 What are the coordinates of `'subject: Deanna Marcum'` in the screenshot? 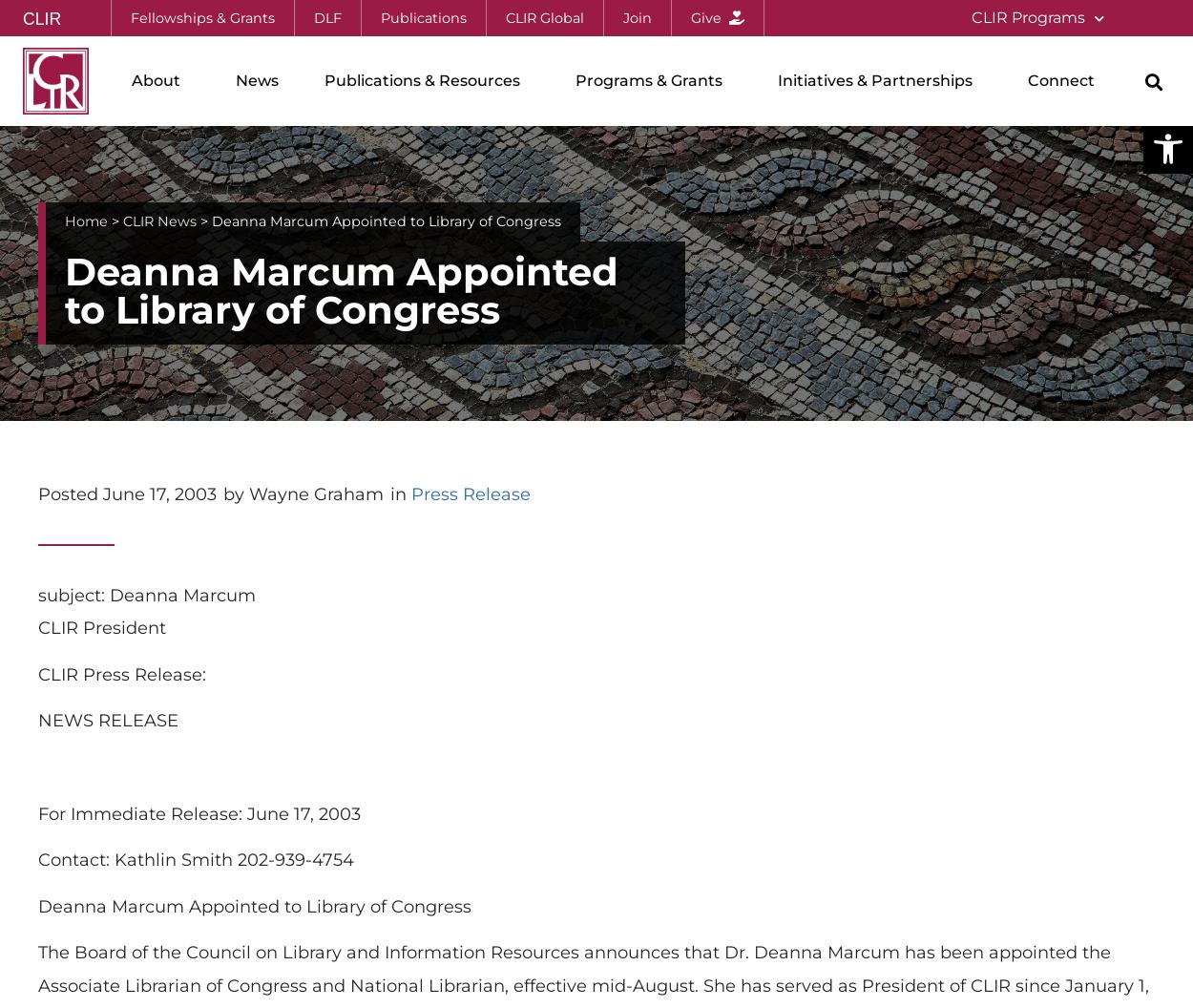 It's located at (38, 594).